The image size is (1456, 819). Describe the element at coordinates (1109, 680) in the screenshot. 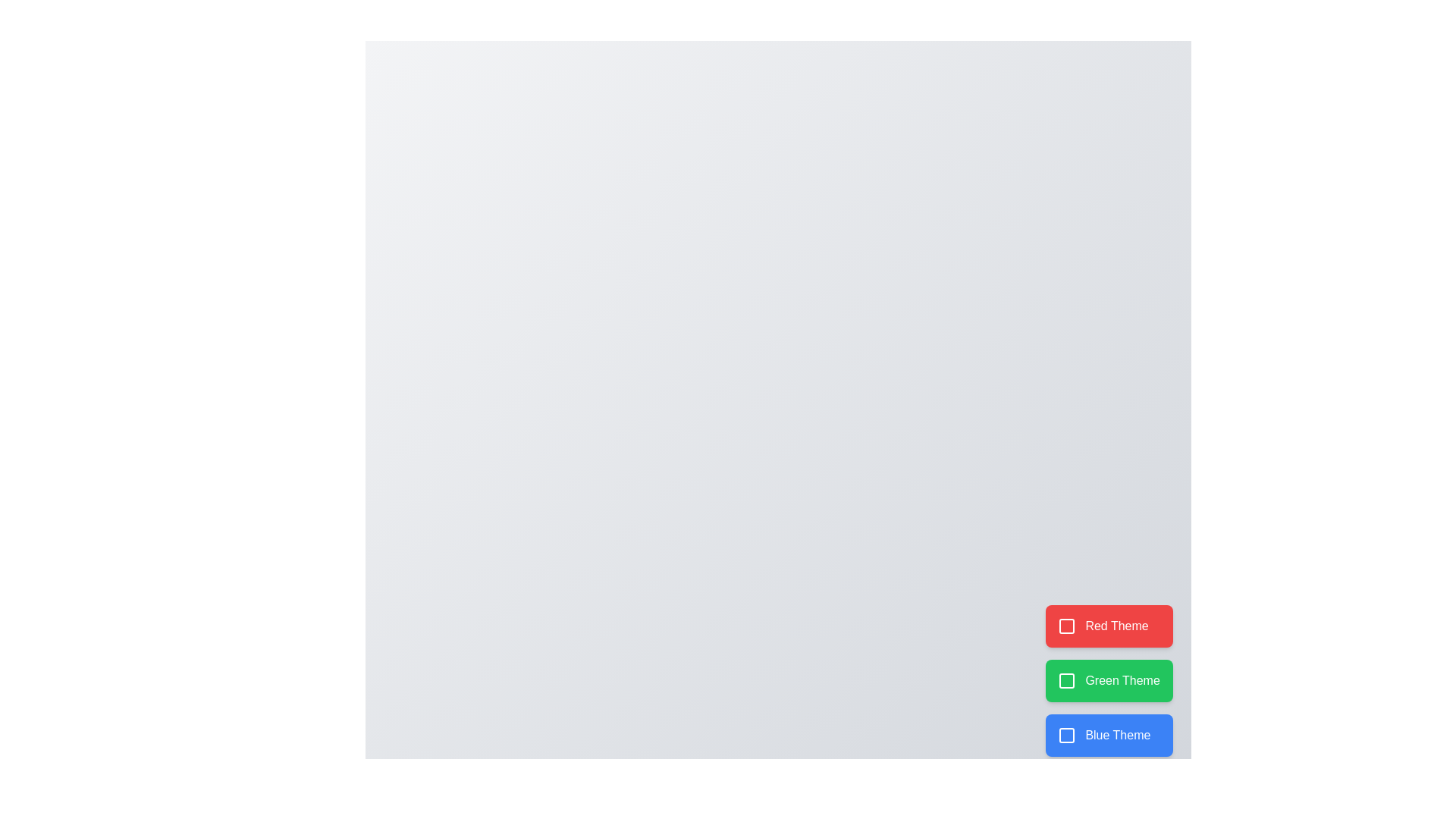

I see `the button corresponding to Green theme to observe its visual feedback` at that location.